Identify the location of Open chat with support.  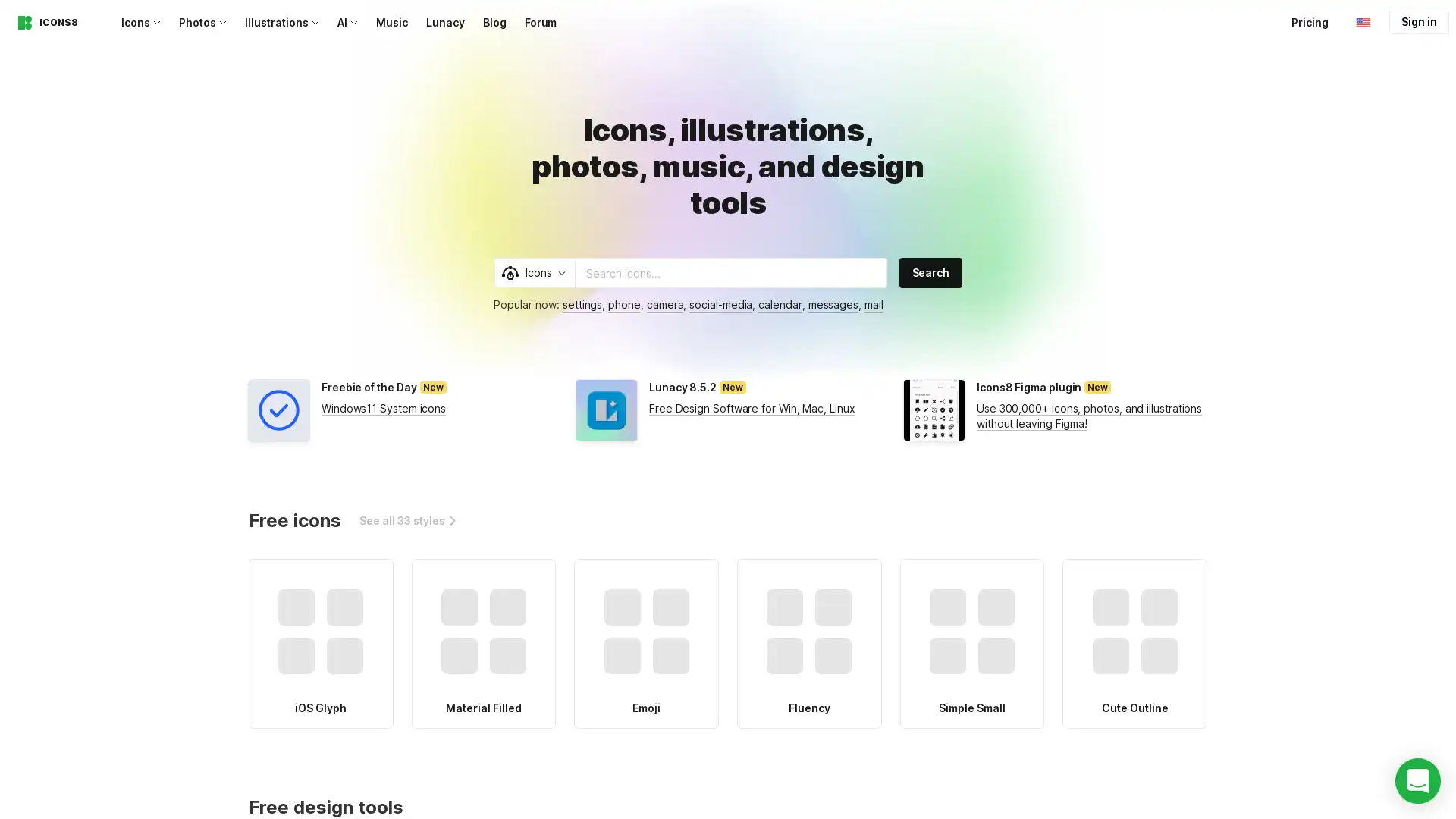
(1417, 780).